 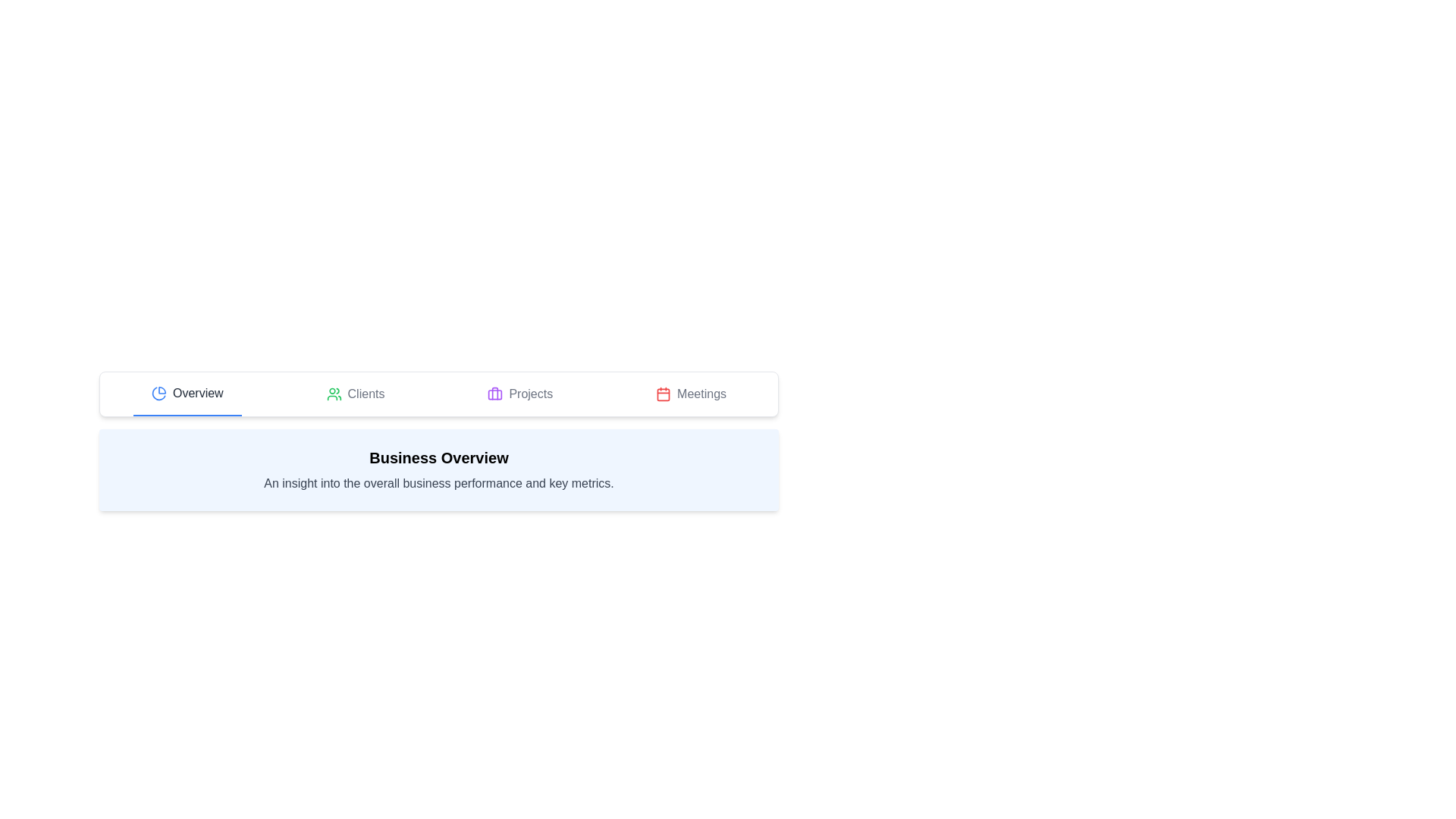 What do you see at coordinates (495, 394) in the screenshot?
I see `the 'Projects' button` at bounding box center [495, 394].